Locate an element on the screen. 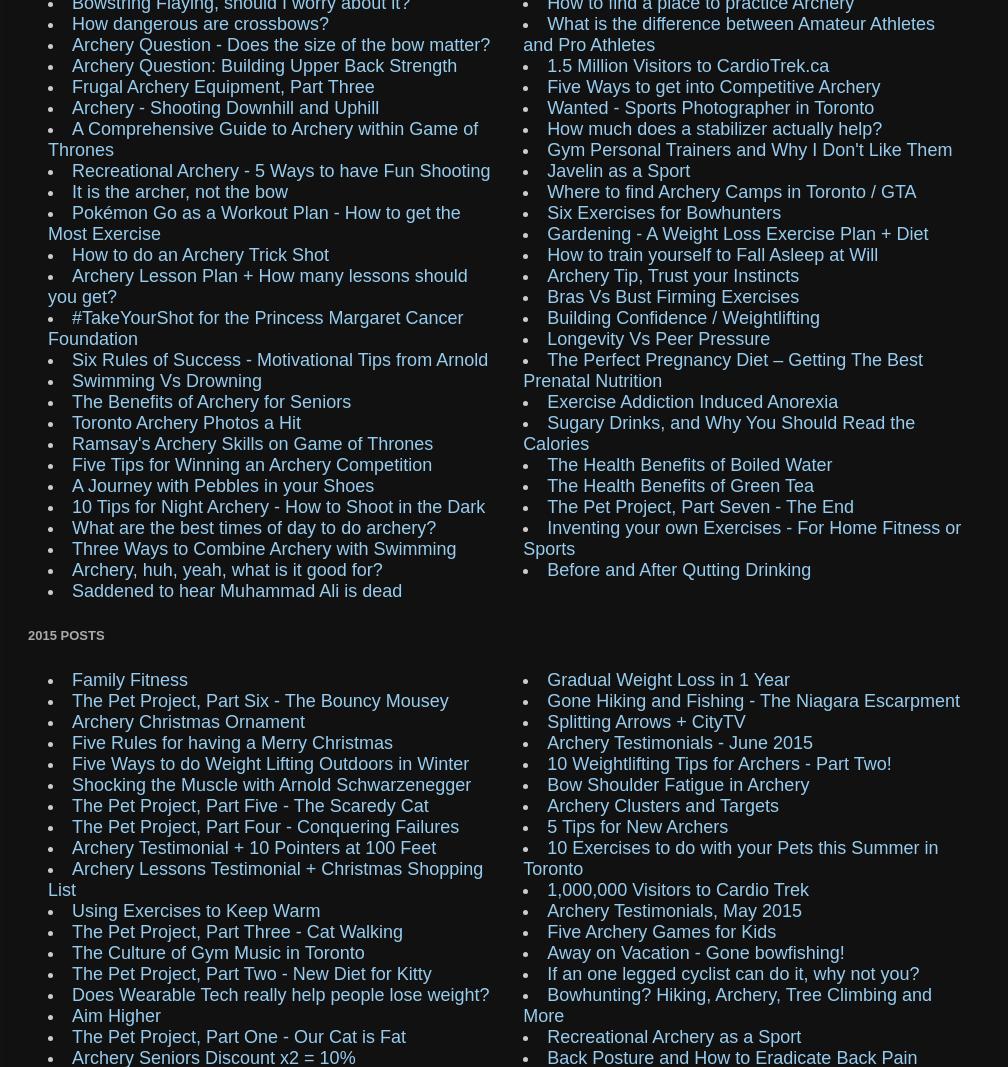 This screenshot has width=1008, height=1067. 'Archery - Shooting Downhill and Uphill' is located at coordinates (225, 106).